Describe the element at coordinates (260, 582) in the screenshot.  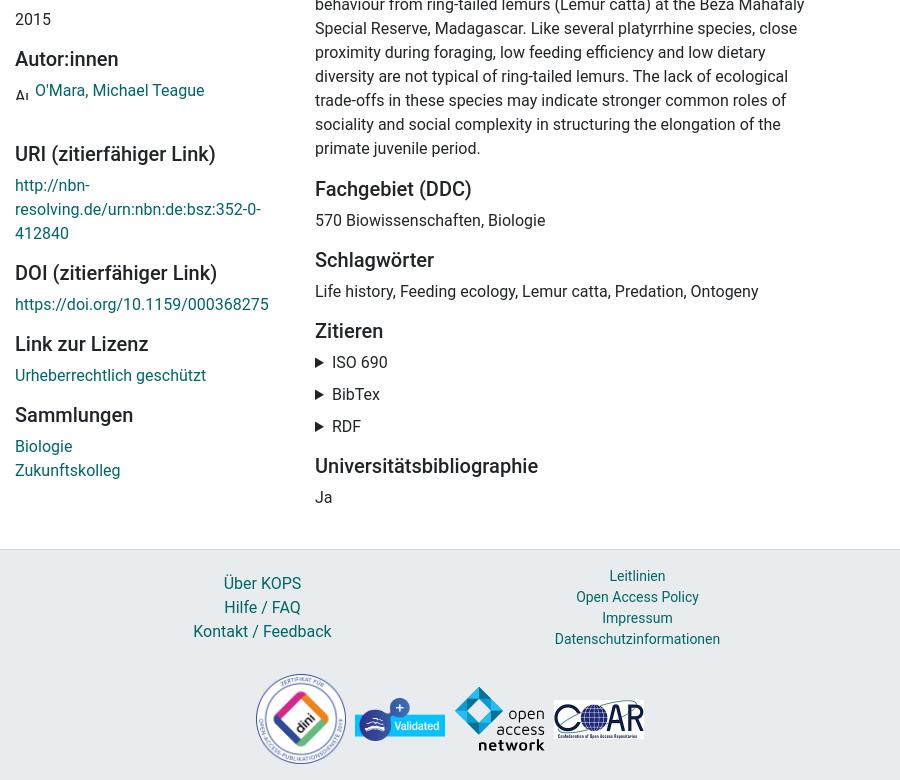
I see `'Über KOPS'` at that location.